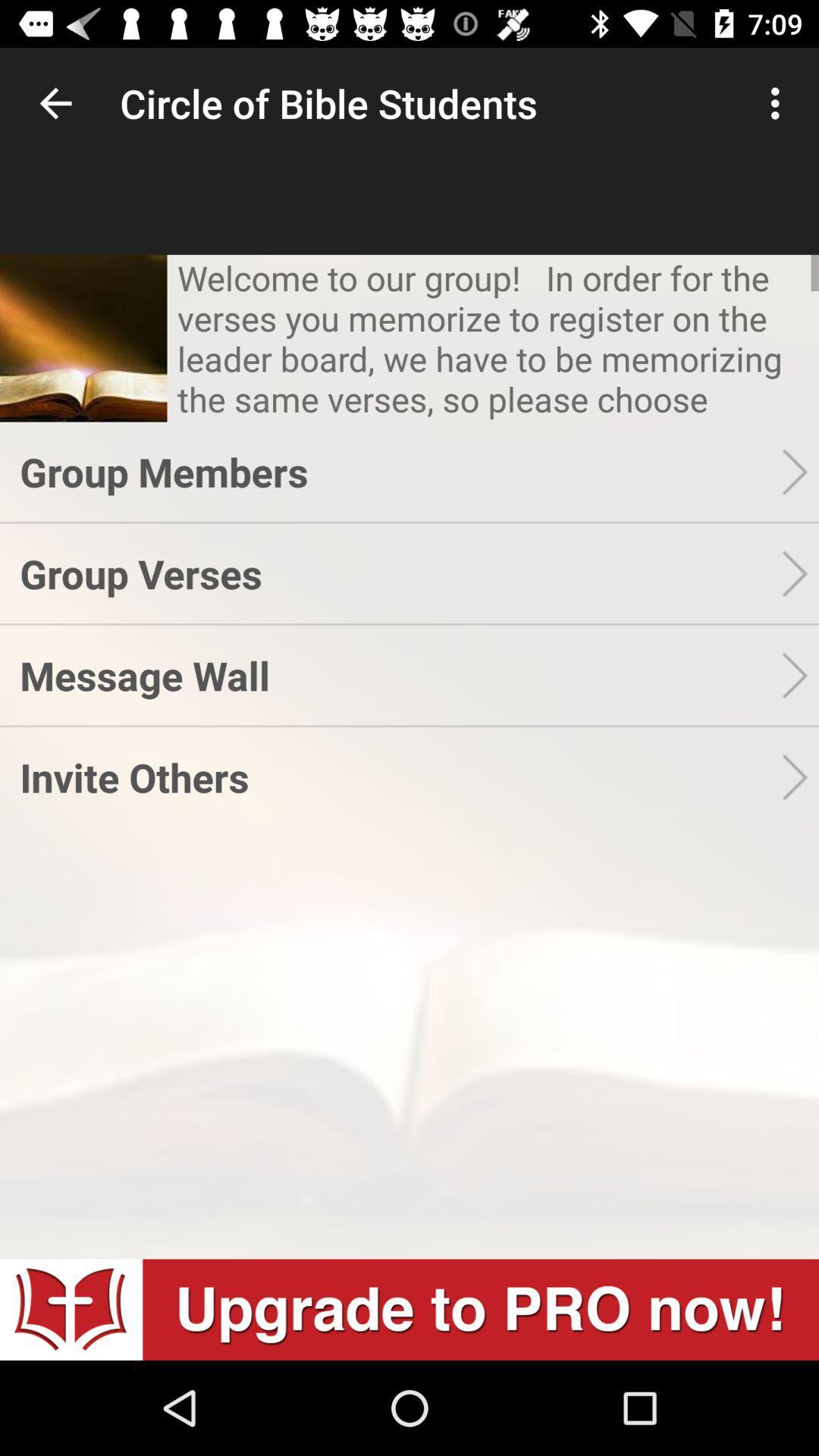 This screenshot has height=1456, width=819. What do you see at coordinates (400, 777) in the screenshot?
I see `invite others` at bounding box center [400, 777].